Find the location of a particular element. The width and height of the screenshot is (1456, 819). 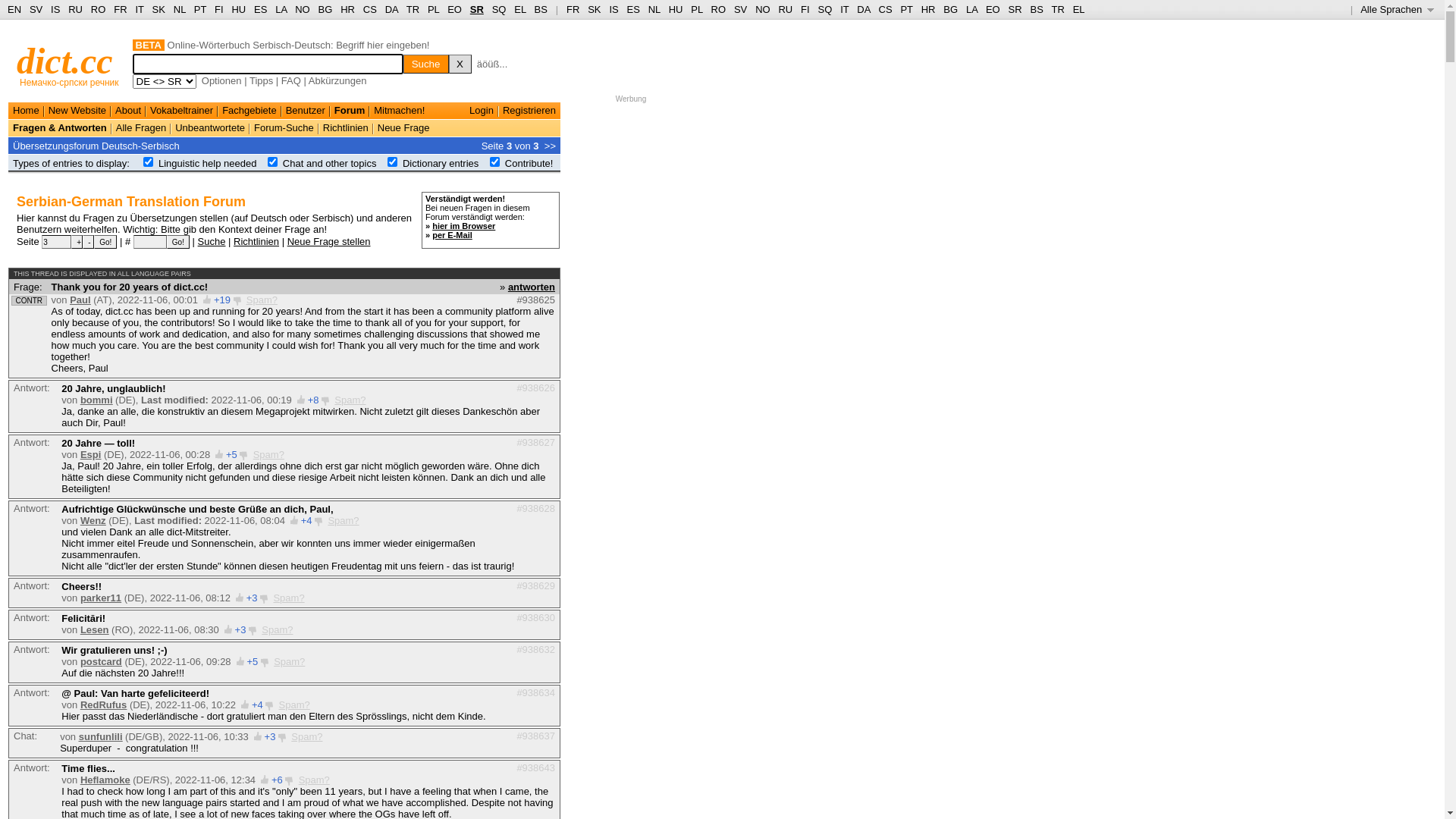

'BG' is located at coordinates (318, 9).